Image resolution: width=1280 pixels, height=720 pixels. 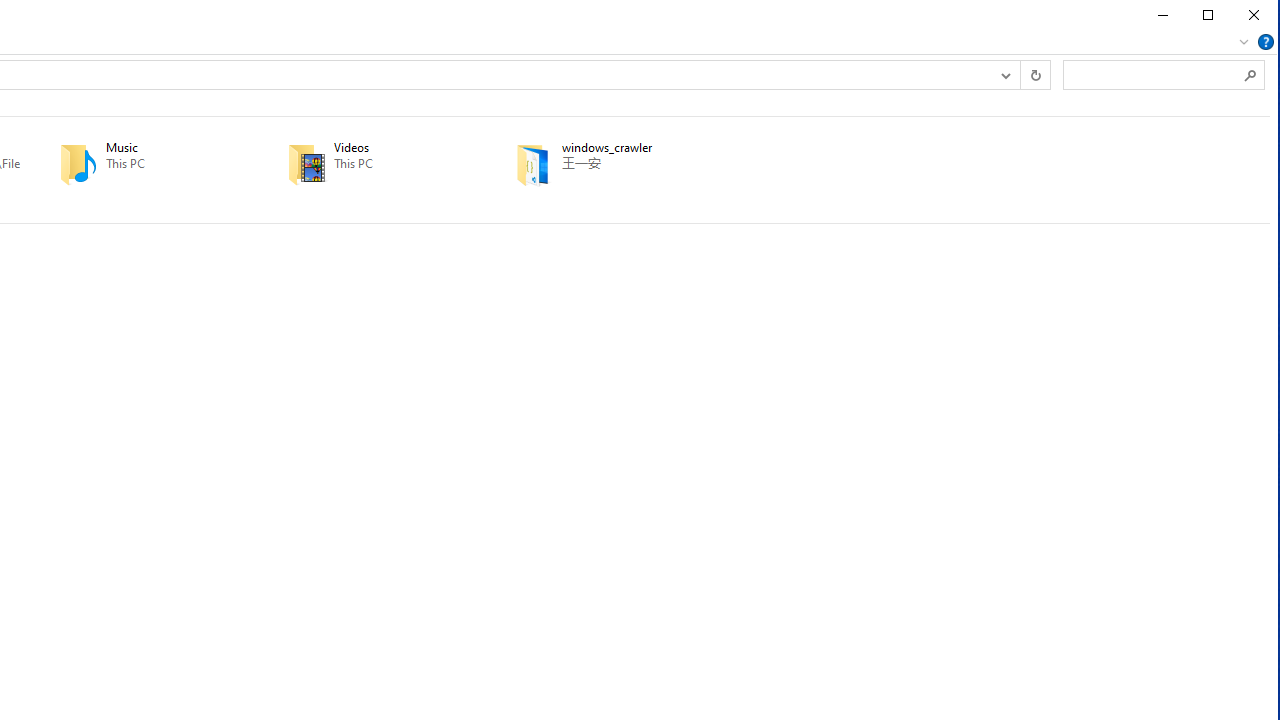 What do you see at coordinates (144, 163) in the screenshot?
I see `'Music'` at bounding box center [144, 163].